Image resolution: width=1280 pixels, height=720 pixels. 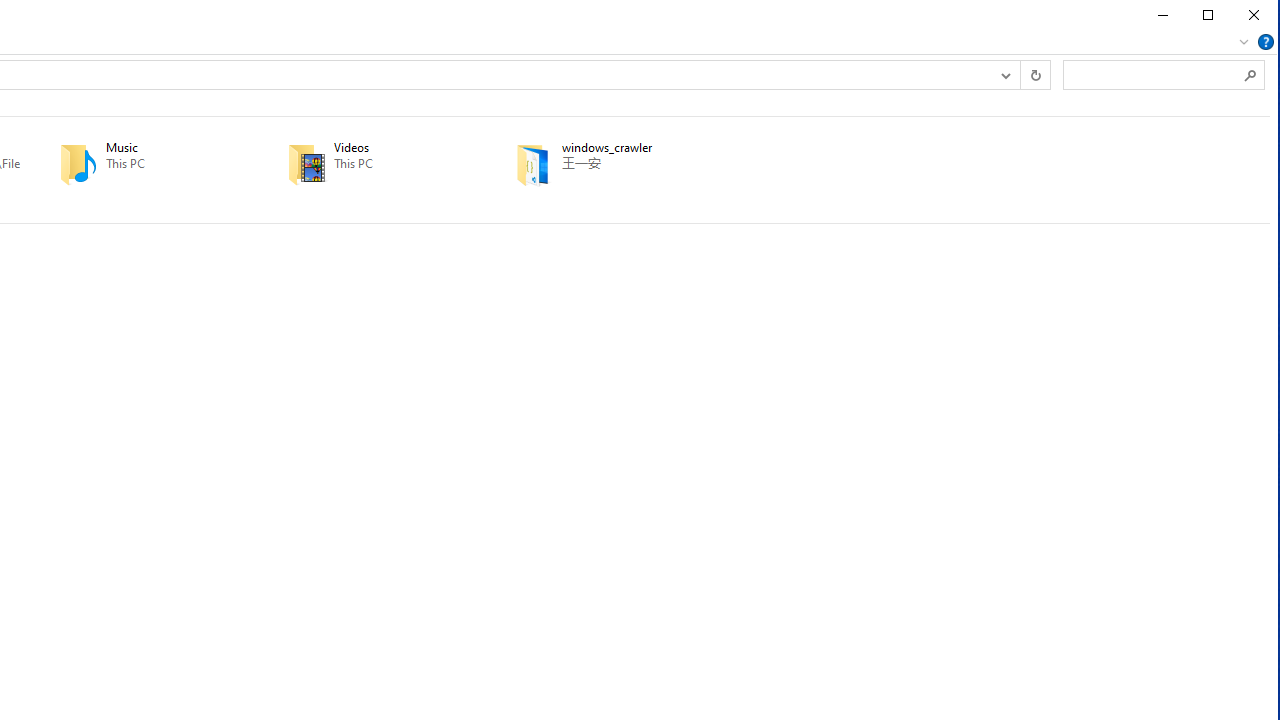 What do you see at coordinates (144, 163) in the screenshot?
I see `'Music'` at bounding box center [144, 163].